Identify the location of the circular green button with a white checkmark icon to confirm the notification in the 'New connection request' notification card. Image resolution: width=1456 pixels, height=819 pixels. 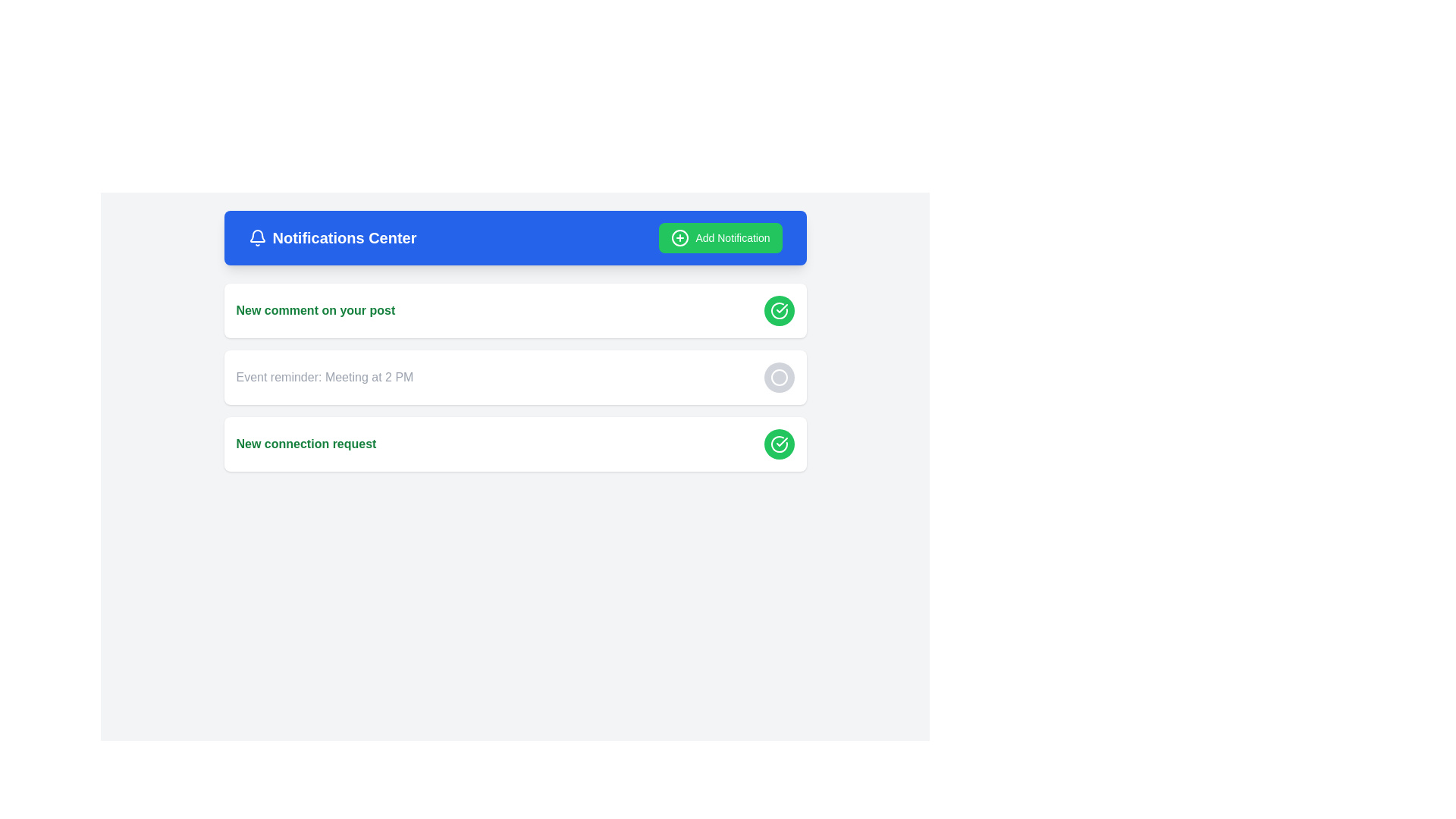
(779, 444).